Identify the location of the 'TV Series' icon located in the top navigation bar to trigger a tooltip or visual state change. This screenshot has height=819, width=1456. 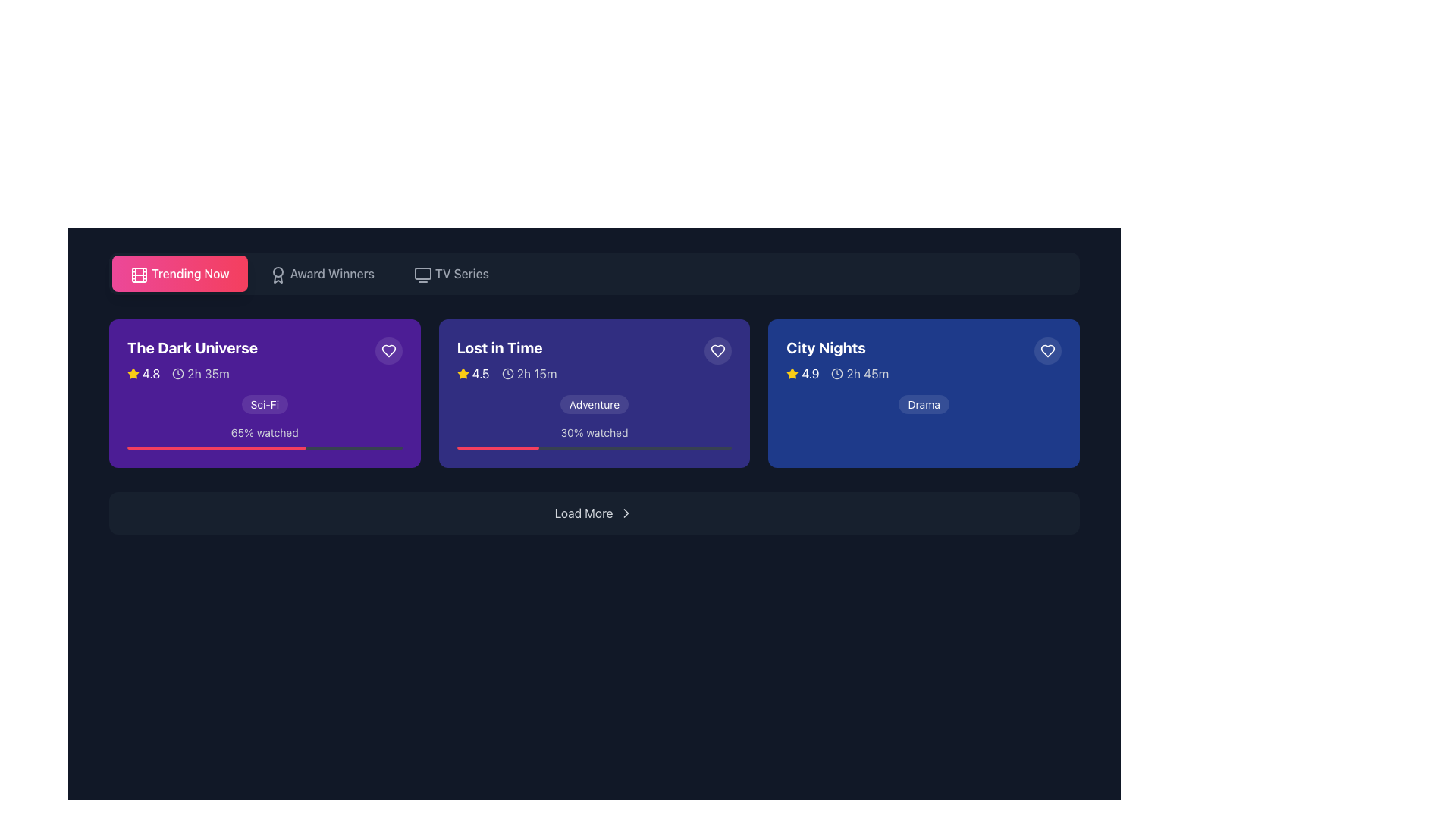
(422, 275).